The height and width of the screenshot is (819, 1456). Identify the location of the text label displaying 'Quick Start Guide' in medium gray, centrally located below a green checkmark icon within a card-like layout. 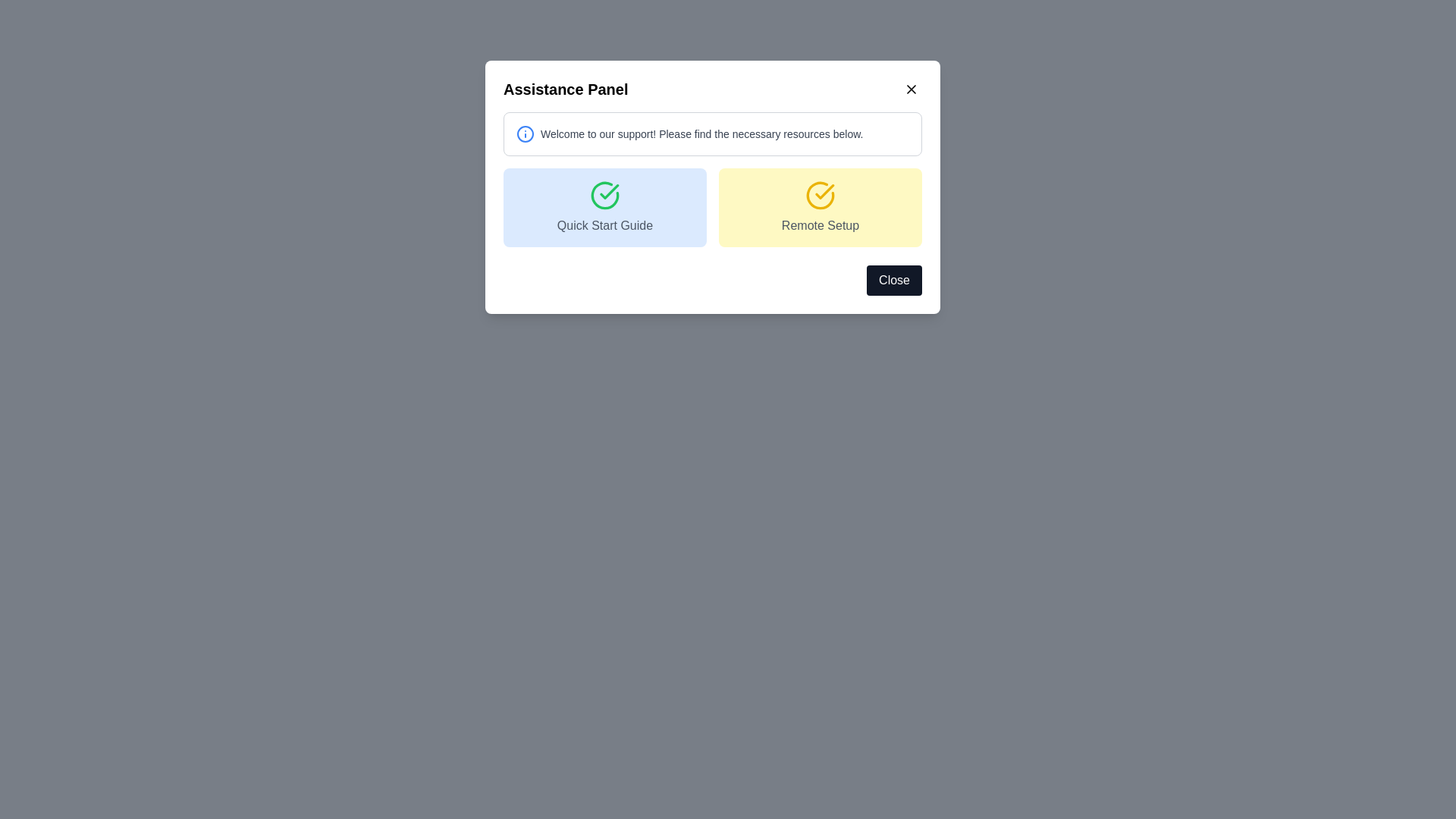
(604, 225).